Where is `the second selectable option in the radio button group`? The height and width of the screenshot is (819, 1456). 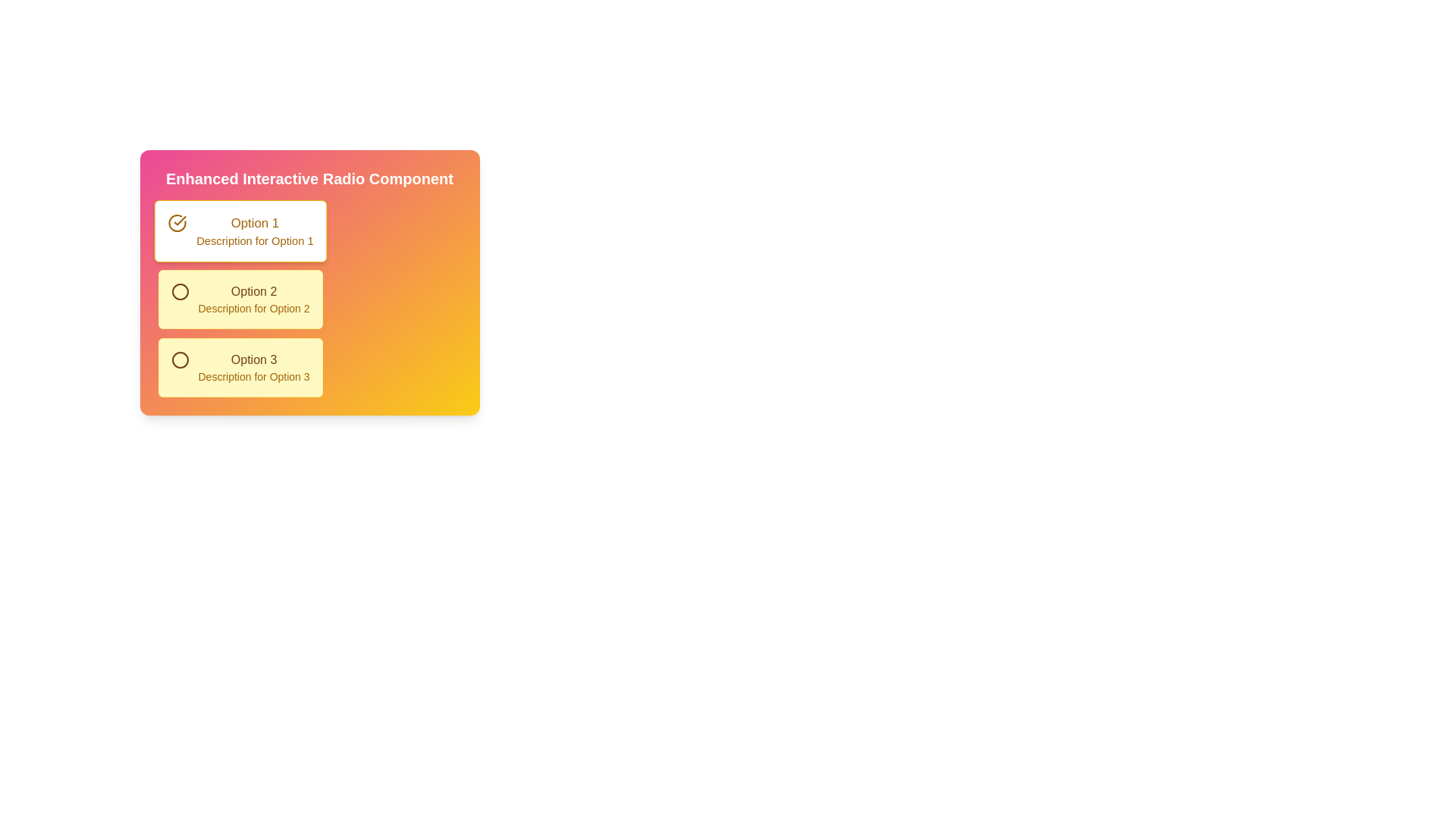
the second selectable option in the radio button group is located at coordinates (309, 299).